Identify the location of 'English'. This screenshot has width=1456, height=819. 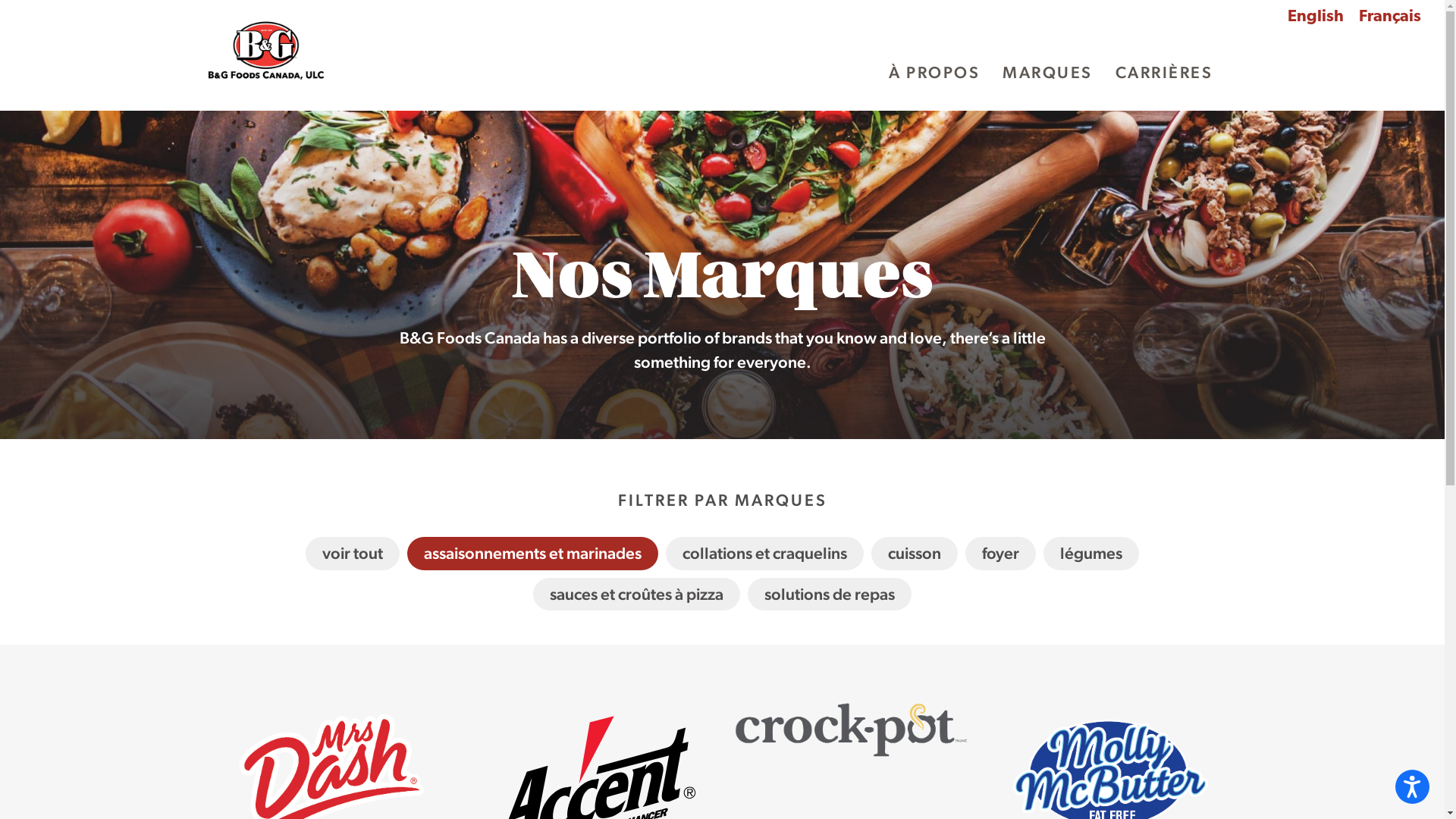
(1314, 17).